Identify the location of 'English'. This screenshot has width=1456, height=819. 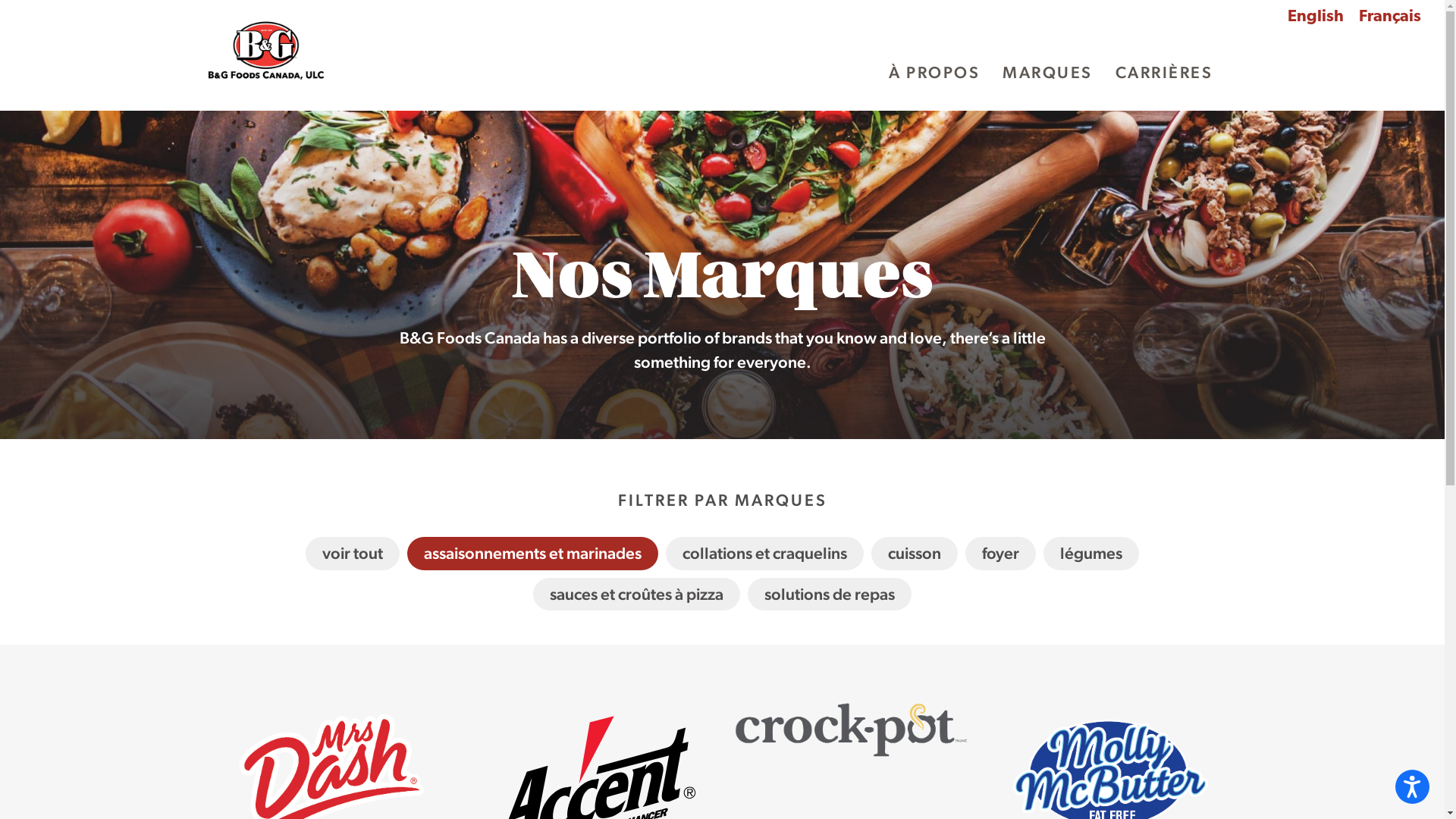
(1314, 17).